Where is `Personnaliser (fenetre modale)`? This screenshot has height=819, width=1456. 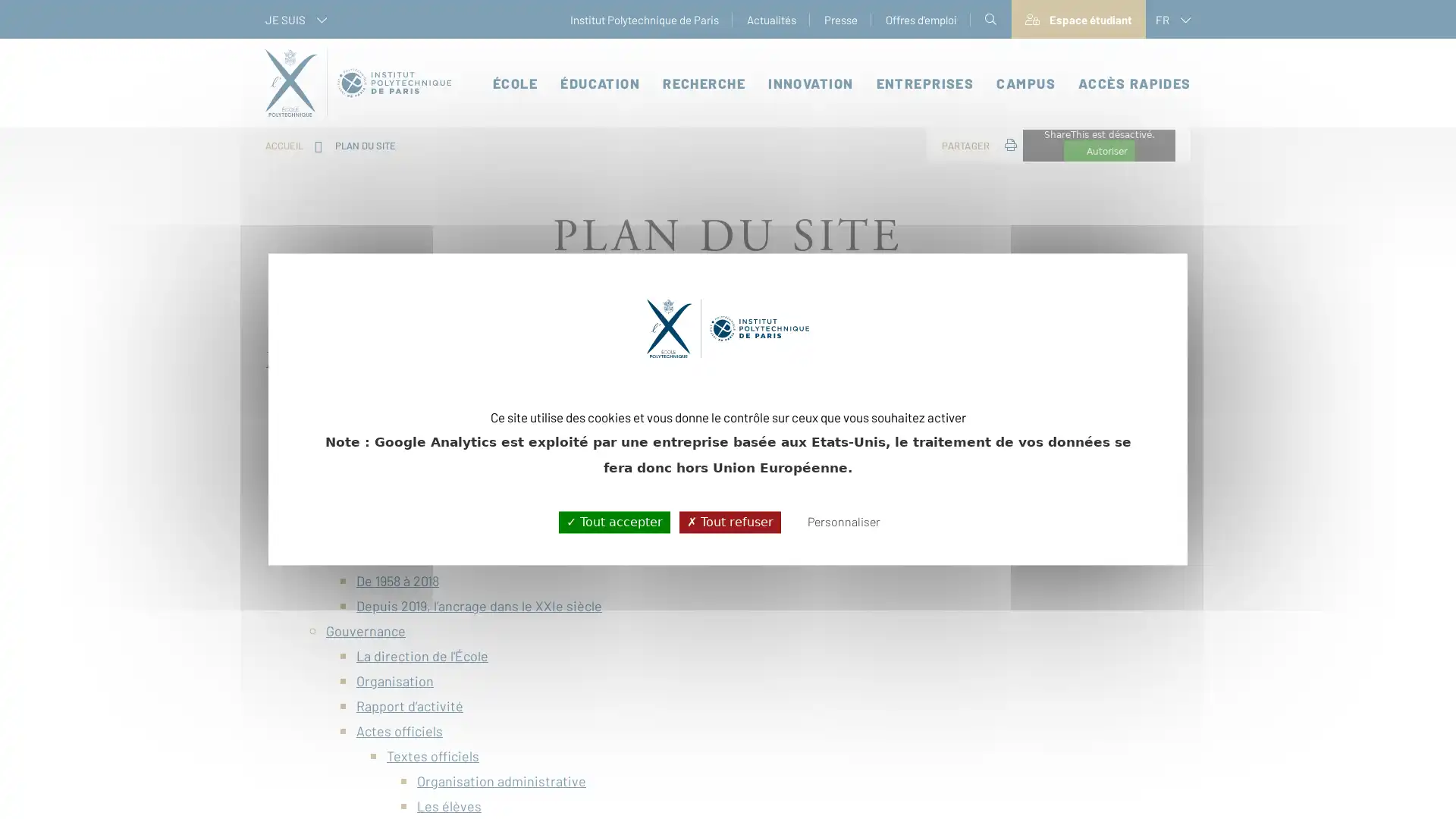
Personnaliser (fenetre modale) is located at coordinates (843, 522).